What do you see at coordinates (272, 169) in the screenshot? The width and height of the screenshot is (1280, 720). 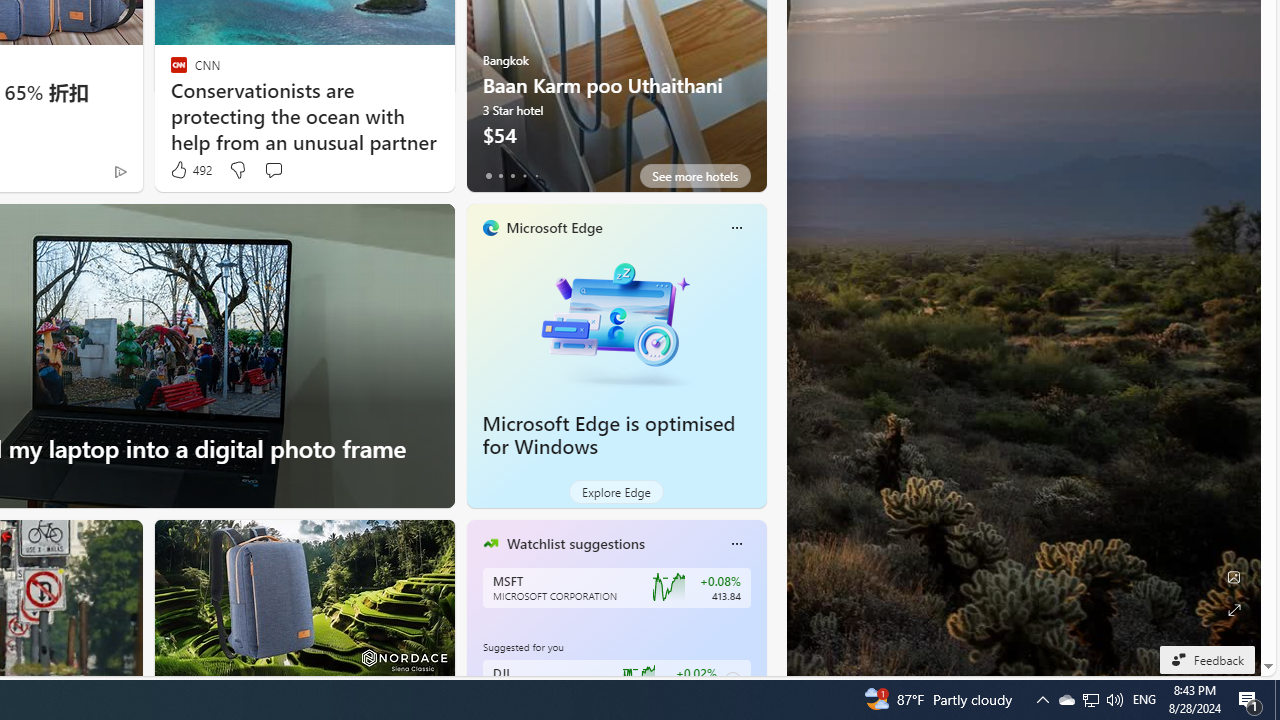 I see `'Start the conversation'` at bounding box center [272, 169].